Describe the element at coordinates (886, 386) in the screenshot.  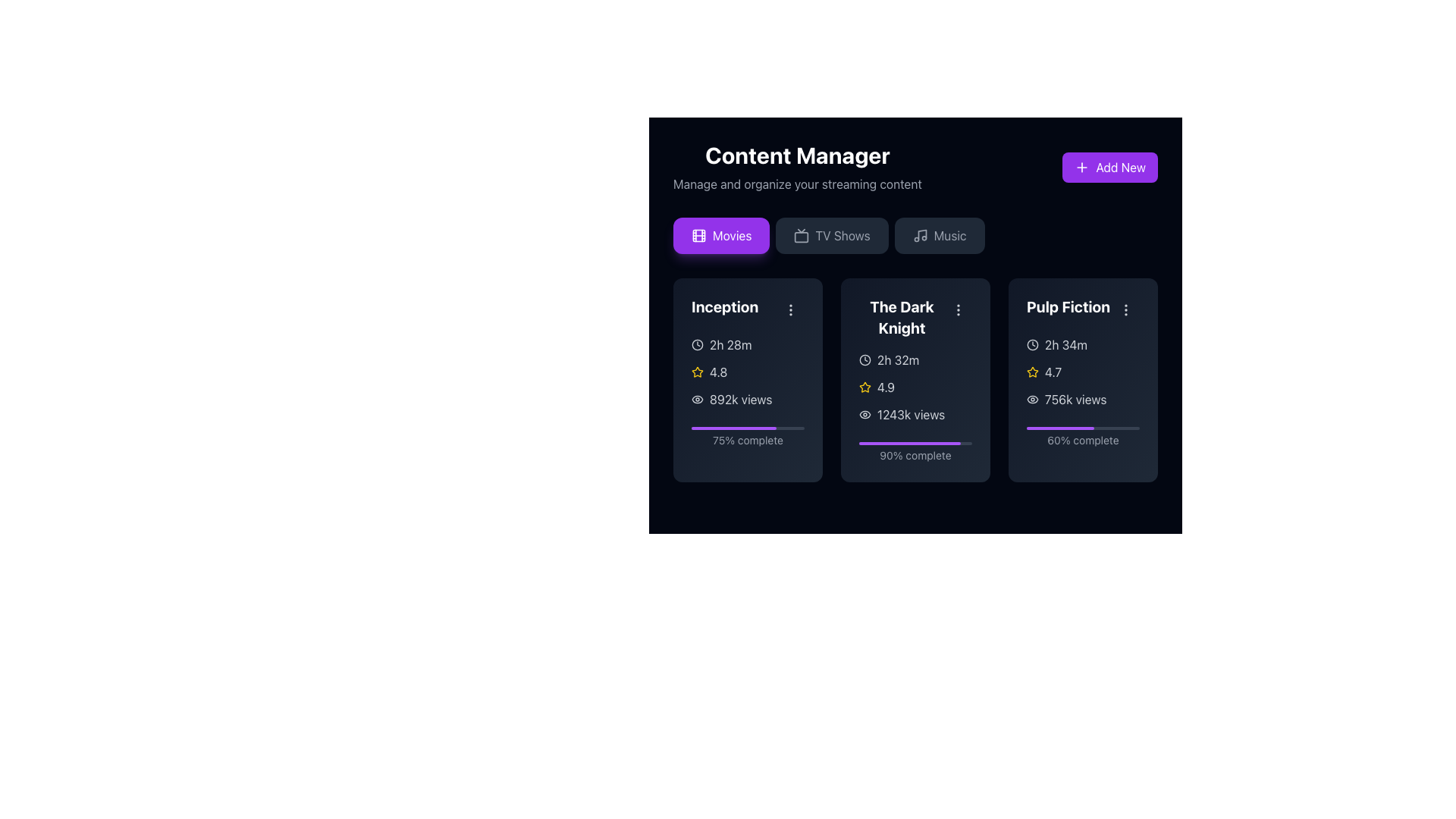
I see `the Text Label displaying the number '4.9' which is part of the rating system next to the yellow star icon for 'The Dark Knight'` at that location.